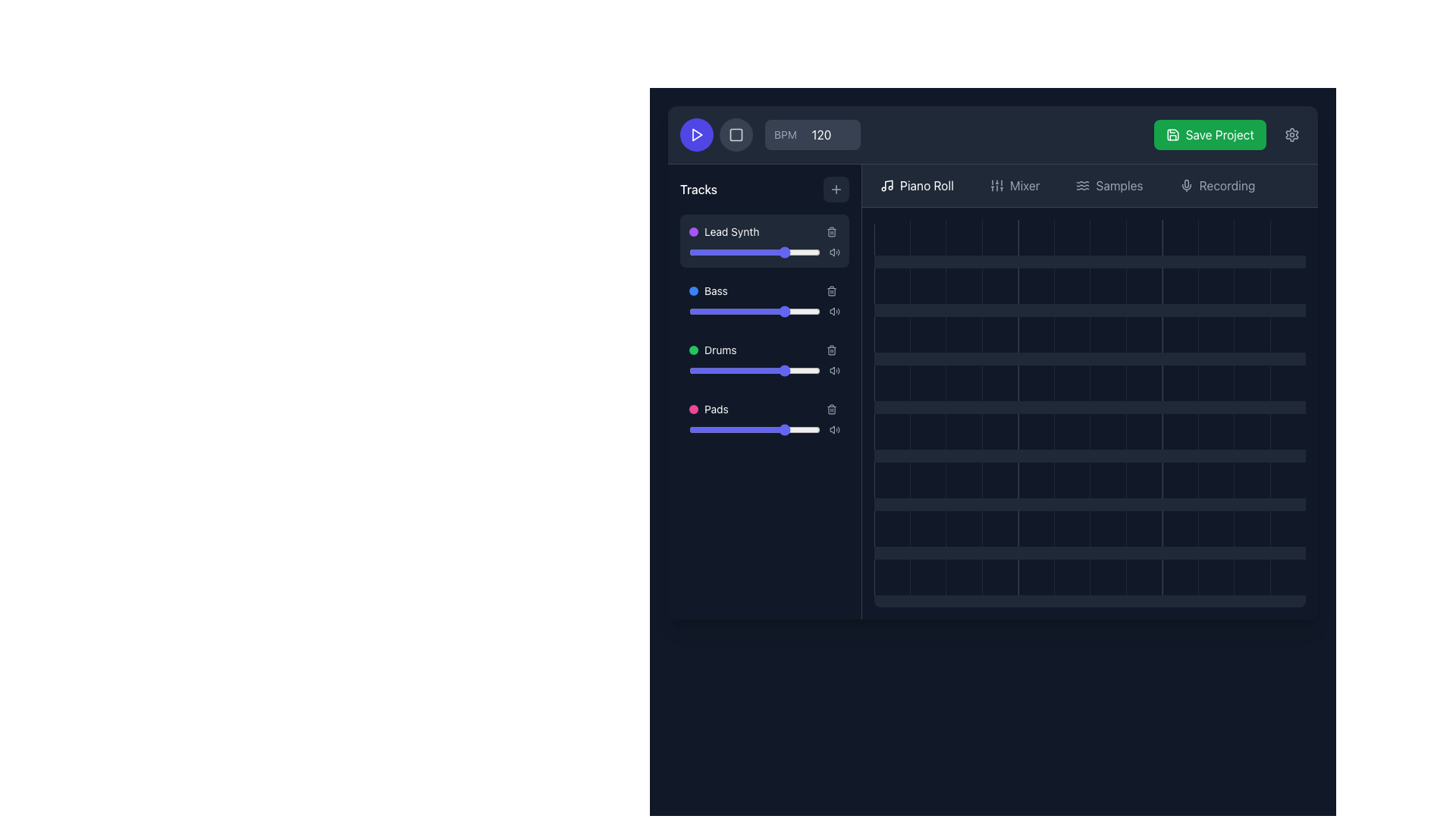 This screenshot has width=1456, height=819. What do you see at coordinates (1144, 382) in the screenshot?
I see `the dark gray grid cell located in the fourth row and eighth column of the grid layout` at bounding box center [1144, 382].